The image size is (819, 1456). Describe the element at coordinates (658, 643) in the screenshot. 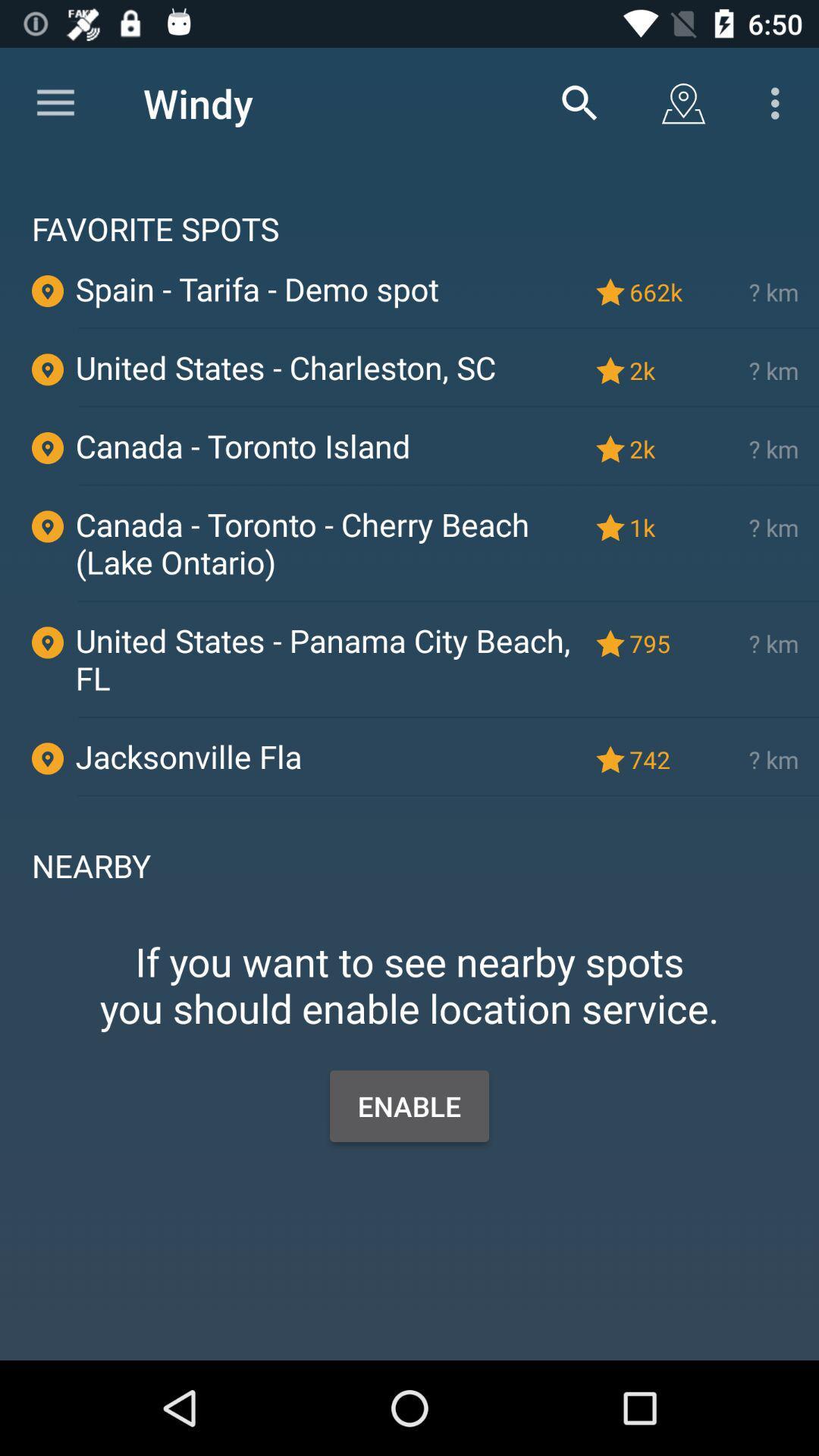

I see `the item next to ? km icon` at that location.